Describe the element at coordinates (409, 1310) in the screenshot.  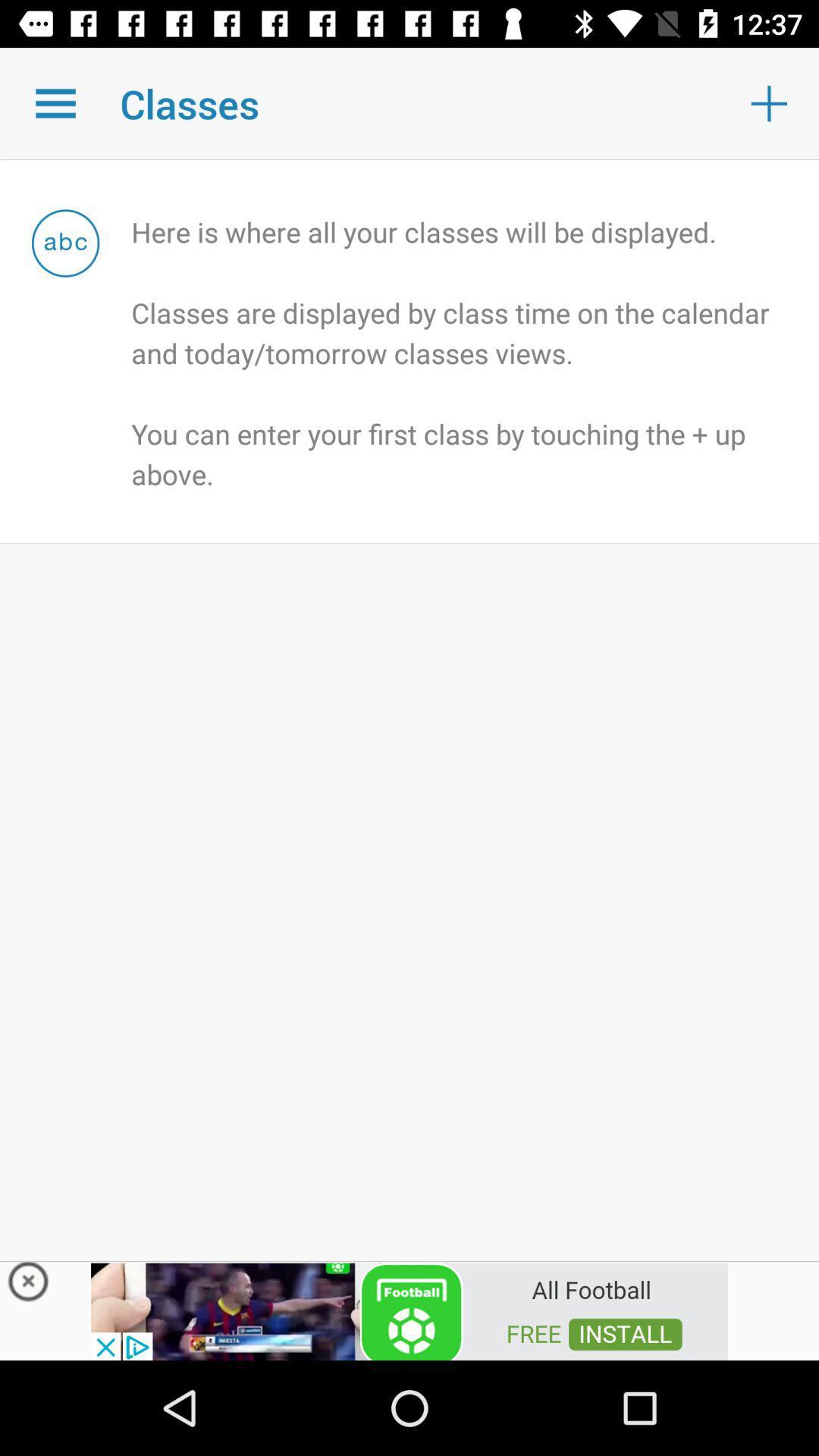
I see `advertisement website` at that location.